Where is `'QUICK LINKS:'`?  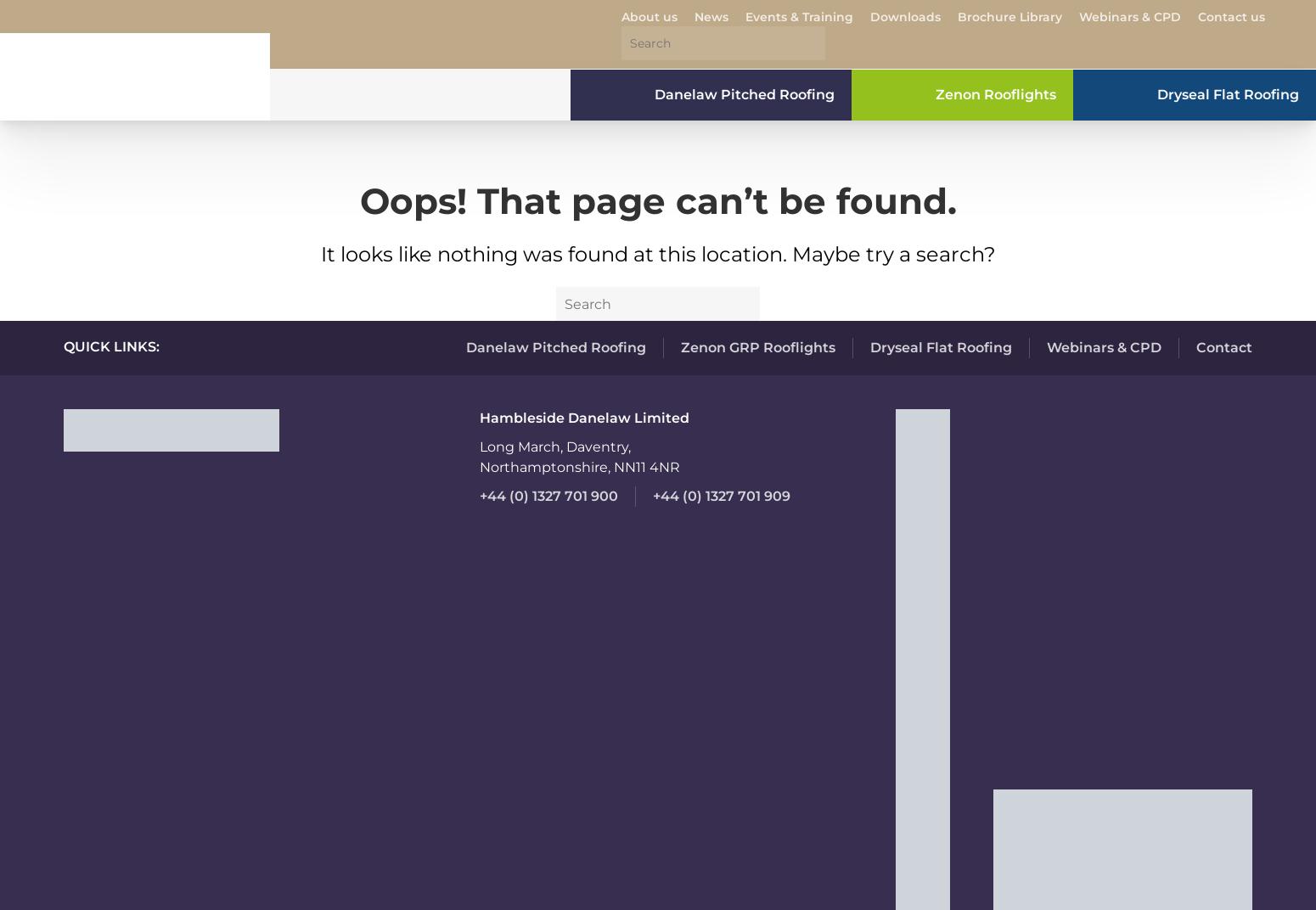 'QUICK LINKS:' is located at coordinates (111, 345).